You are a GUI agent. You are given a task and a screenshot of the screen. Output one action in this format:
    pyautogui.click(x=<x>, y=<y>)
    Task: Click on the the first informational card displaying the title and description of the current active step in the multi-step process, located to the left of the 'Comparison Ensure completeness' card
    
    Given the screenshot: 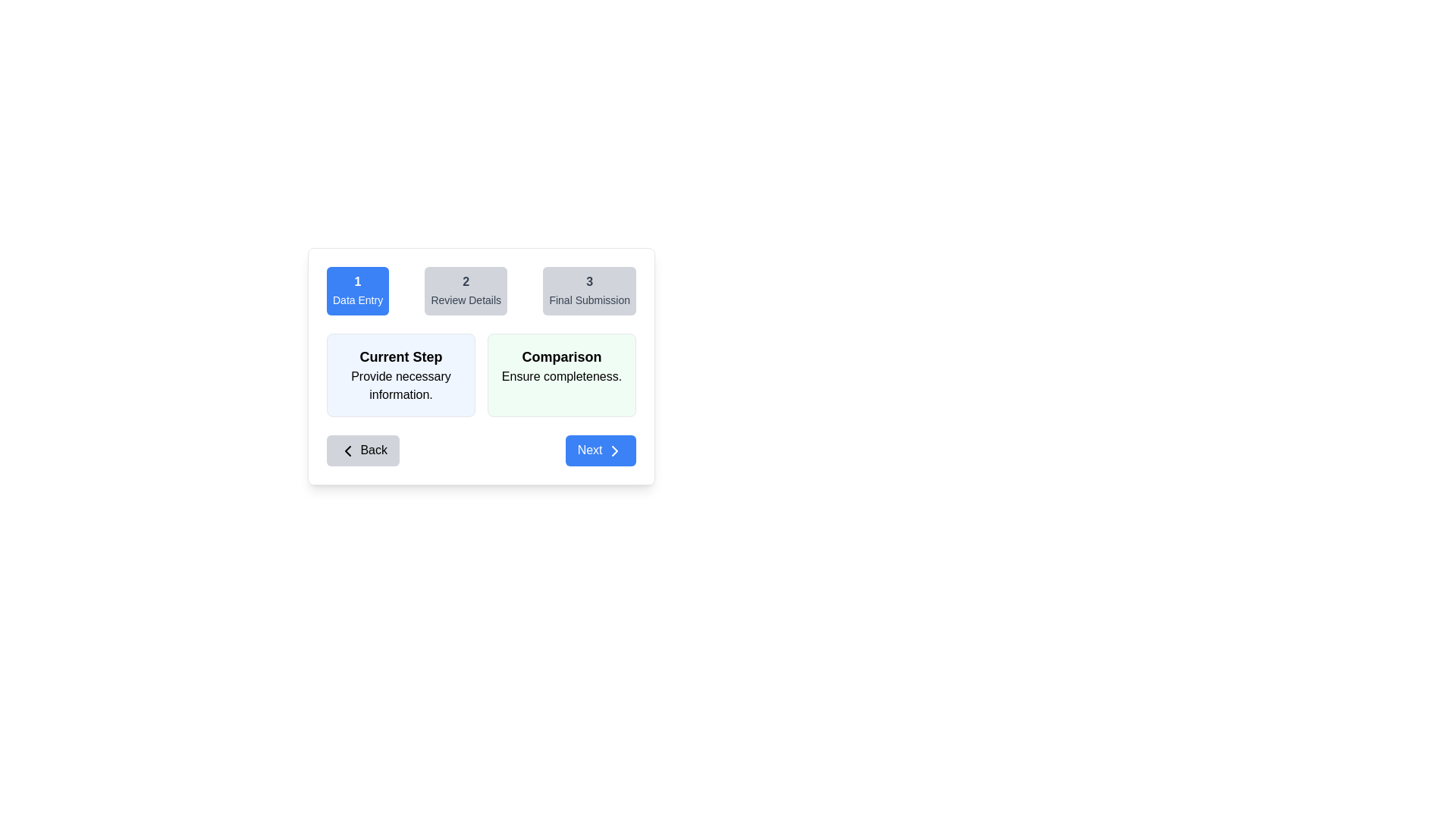 What is the action you would take?
    pyautogui.click(x=400, y=375)
    